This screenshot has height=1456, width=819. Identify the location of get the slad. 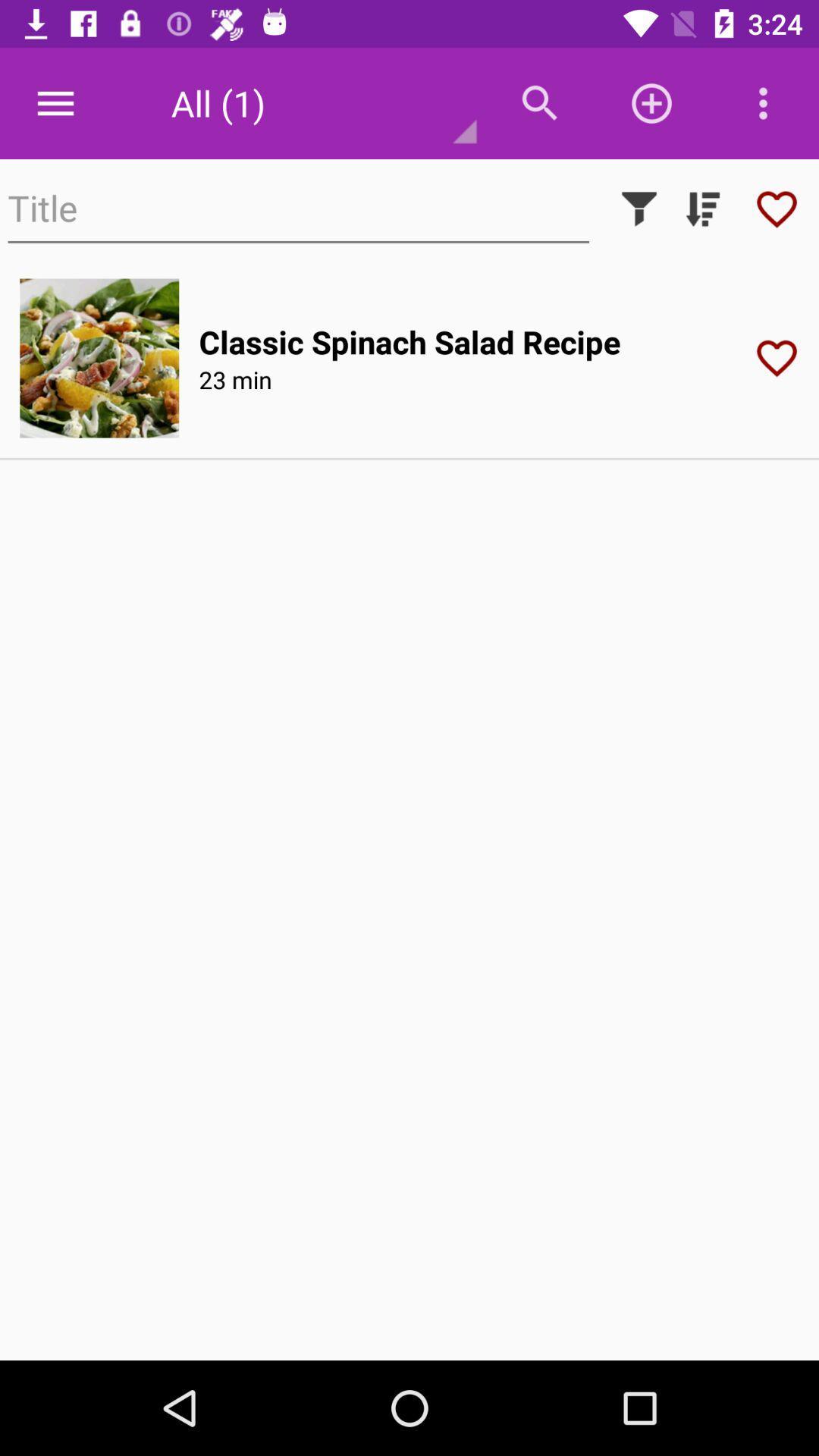
(99, 357).